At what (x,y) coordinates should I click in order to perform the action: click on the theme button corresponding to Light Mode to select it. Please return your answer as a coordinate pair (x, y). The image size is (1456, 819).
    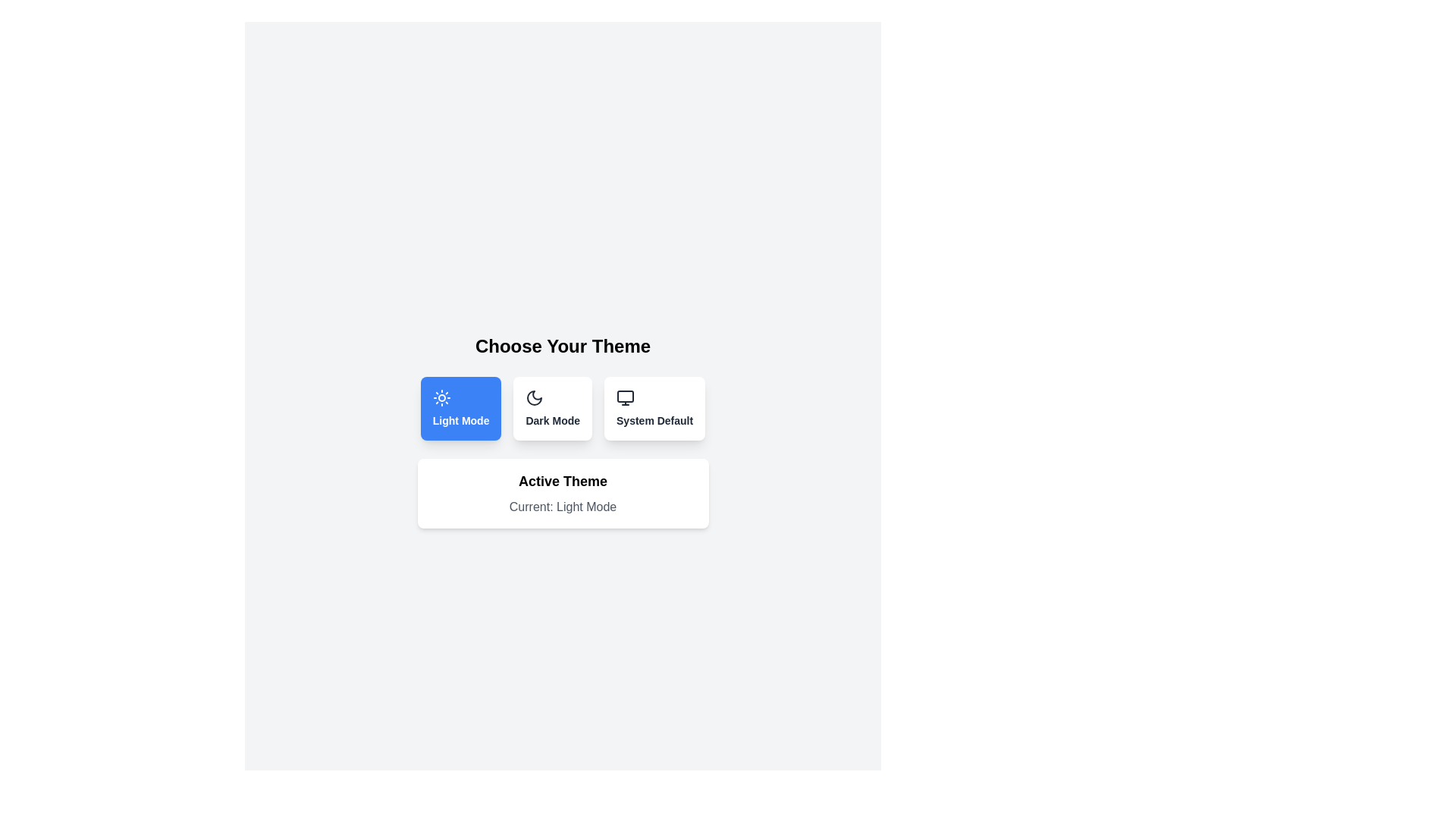
    Looking at the image, I should click on (460, 408).